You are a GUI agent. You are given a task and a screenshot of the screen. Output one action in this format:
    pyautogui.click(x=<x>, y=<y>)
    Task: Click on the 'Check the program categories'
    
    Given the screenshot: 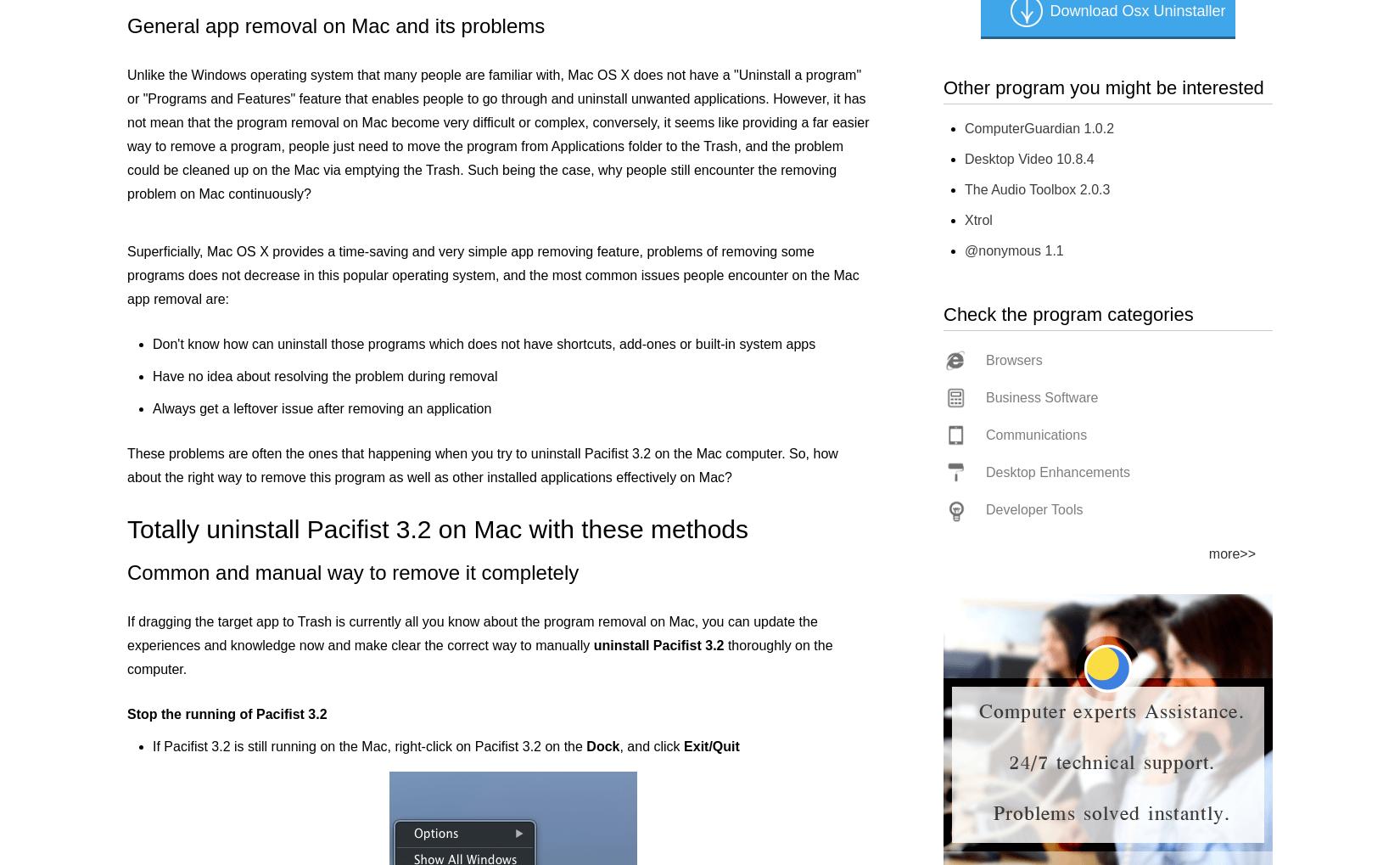 What is the action you would take?
    pyautogui.click(x=1067, y=314)
    